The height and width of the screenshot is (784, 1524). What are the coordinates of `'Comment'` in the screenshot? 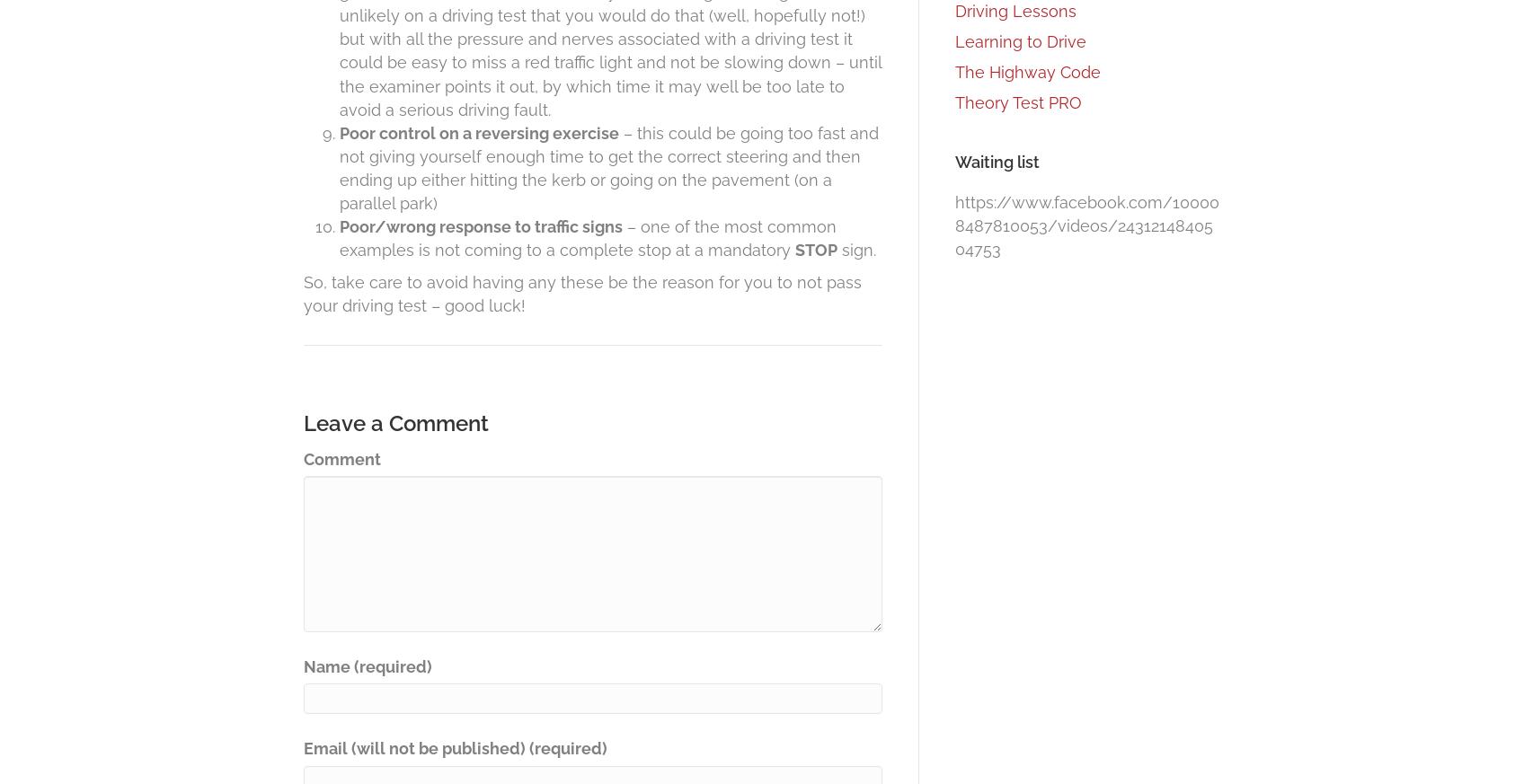 It's located at (341, 459).